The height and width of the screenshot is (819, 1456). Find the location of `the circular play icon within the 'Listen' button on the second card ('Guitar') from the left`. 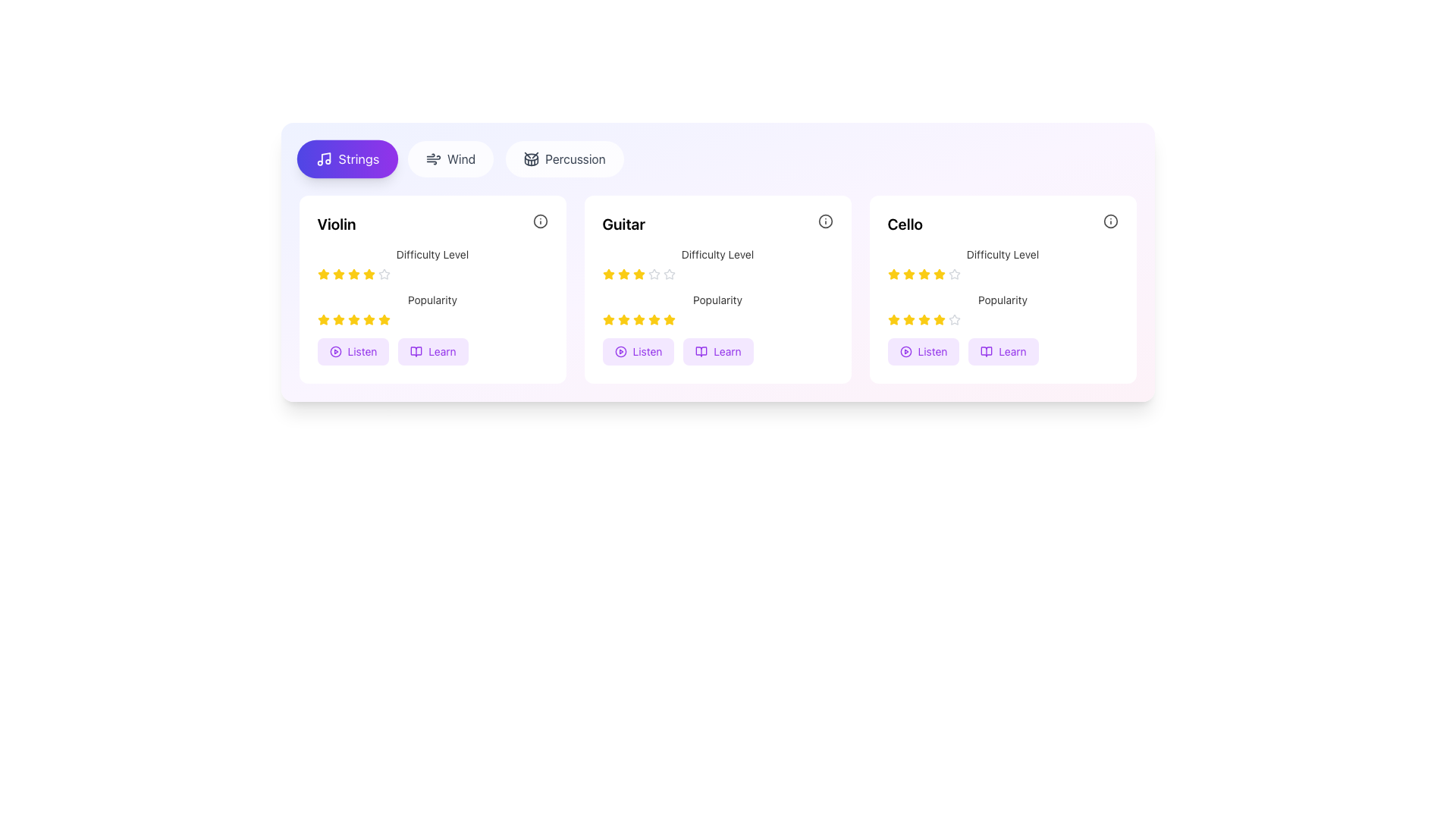

the circular play icon within the 'Listen' button on the second card ('Guitar') from the left is located at coordinates (620, 351).